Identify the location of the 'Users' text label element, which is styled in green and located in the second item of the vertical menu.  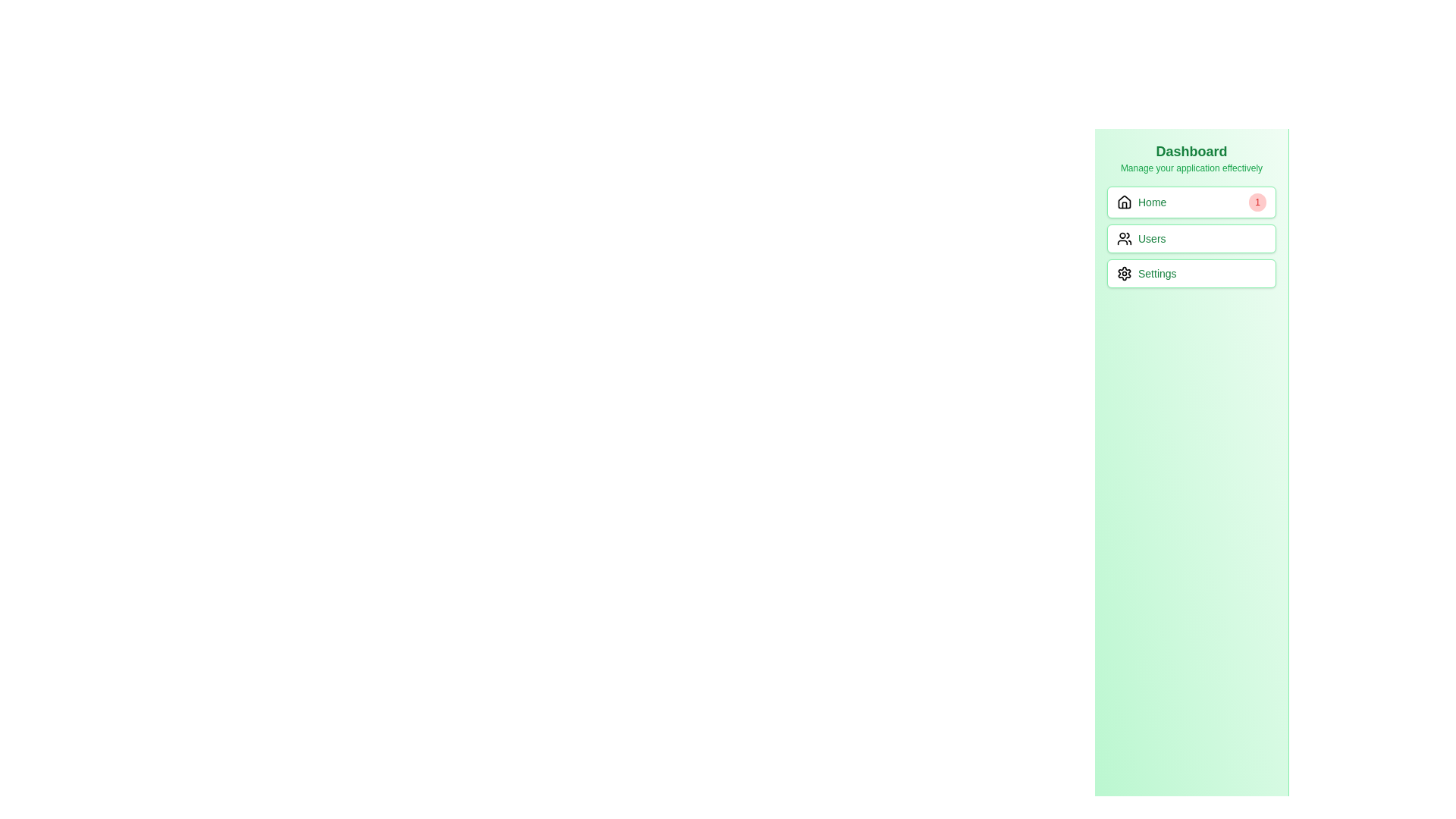
(1141, 239).